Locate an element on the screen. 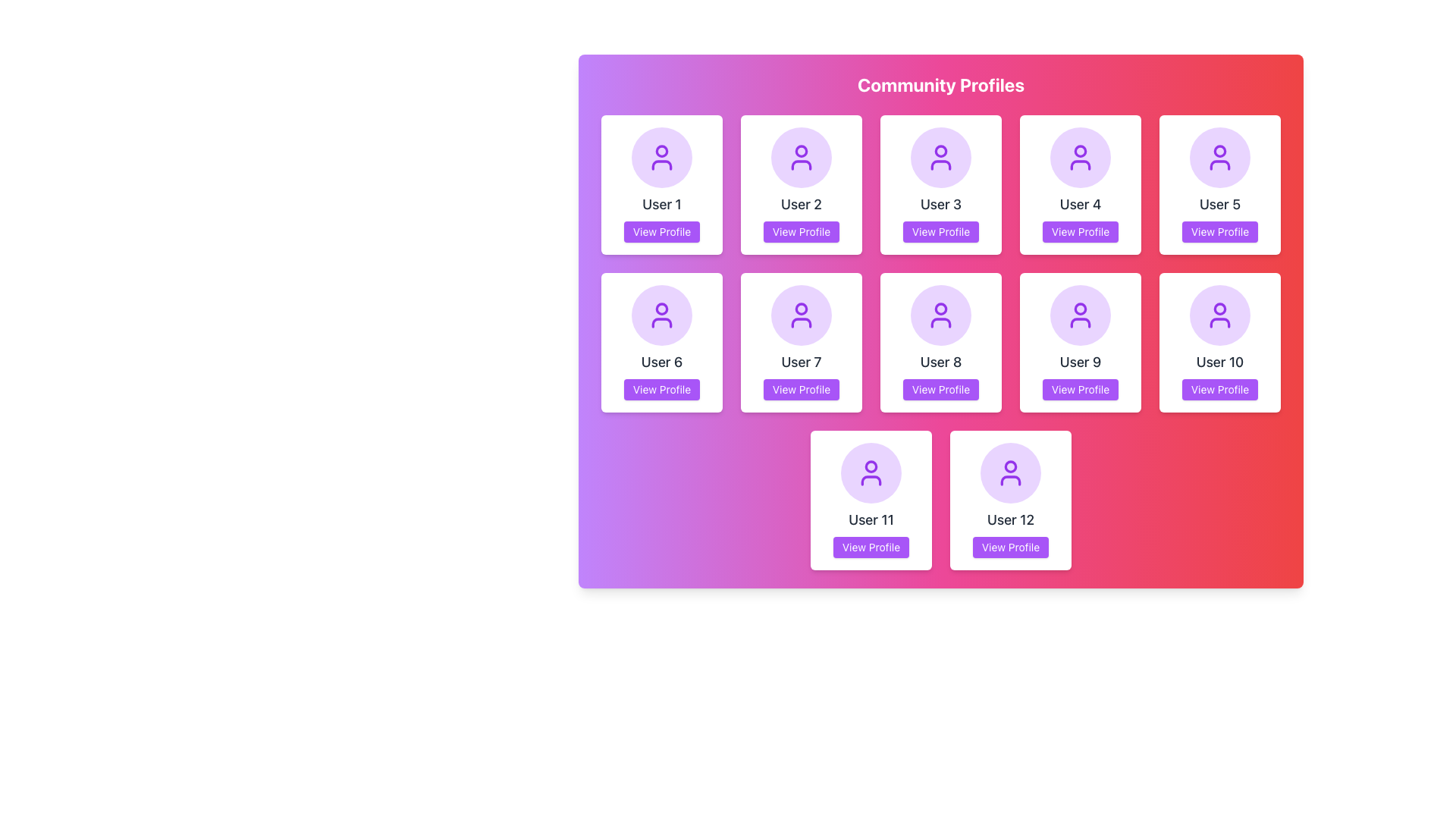 The image size is (1456, 819). the circular avatar placeholder for the user profile labeled 'User 8', located in the center of the user profile card is located at coordinates (940, 315).